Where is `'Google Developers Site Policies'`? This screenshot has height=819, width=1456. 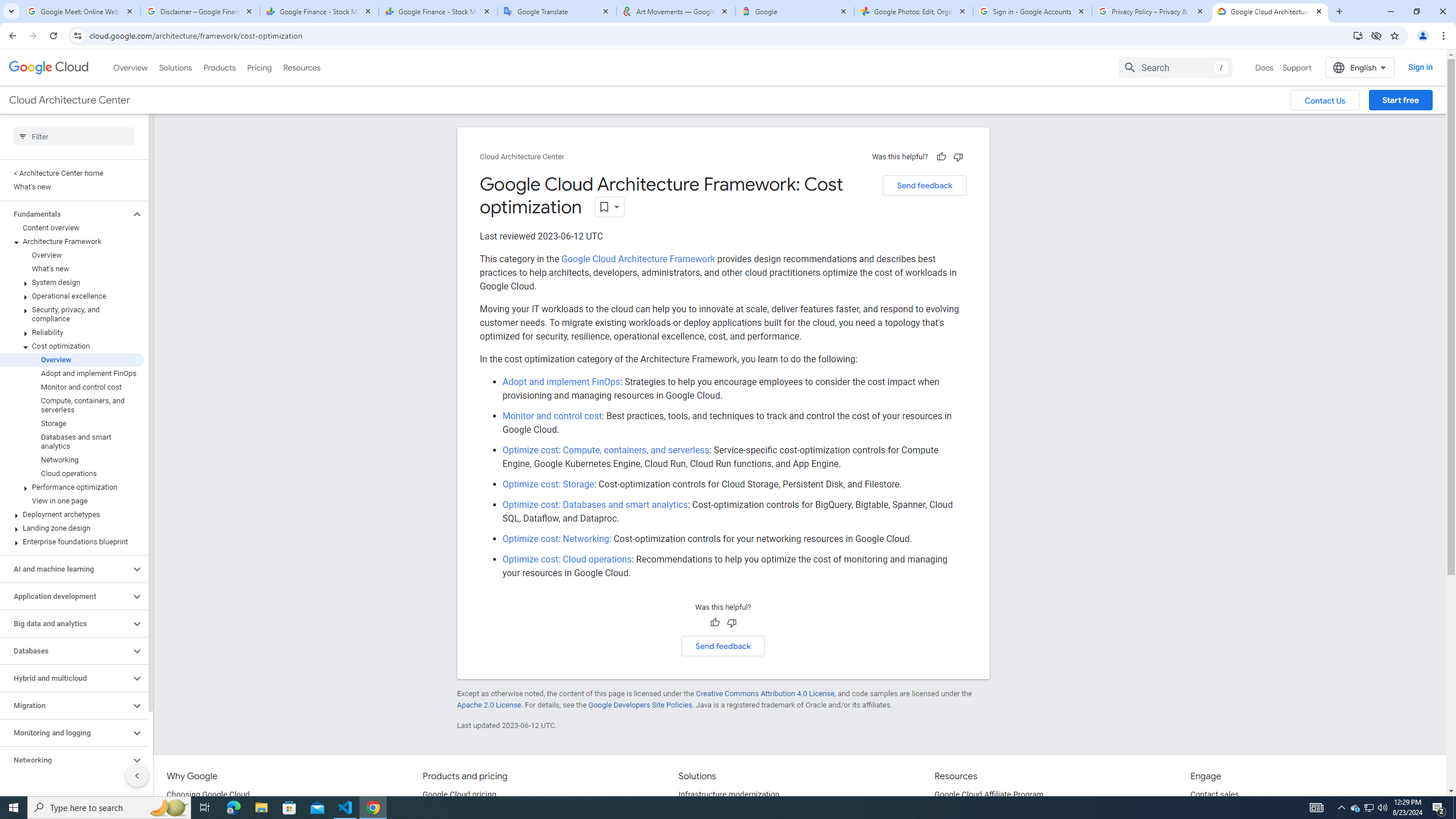 'Google Developers Site Policies' is located at coordinates (640, 704).